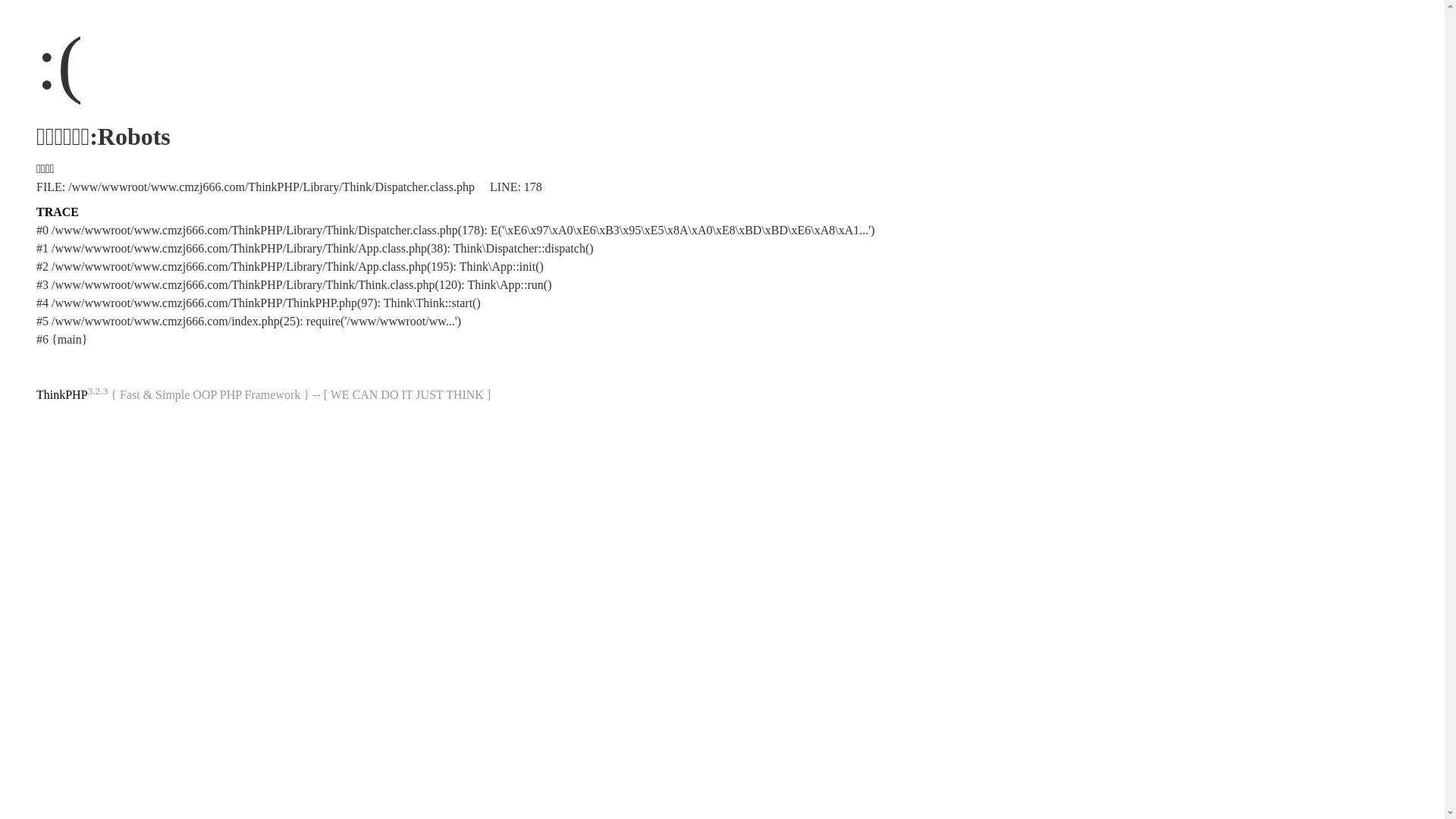 The width and height of the screenshot is (1456, 819). What do you see at coordinates (61, 394) in the screenshot?
I see `'ThinkPHP'` at bounding box center [61, 394].